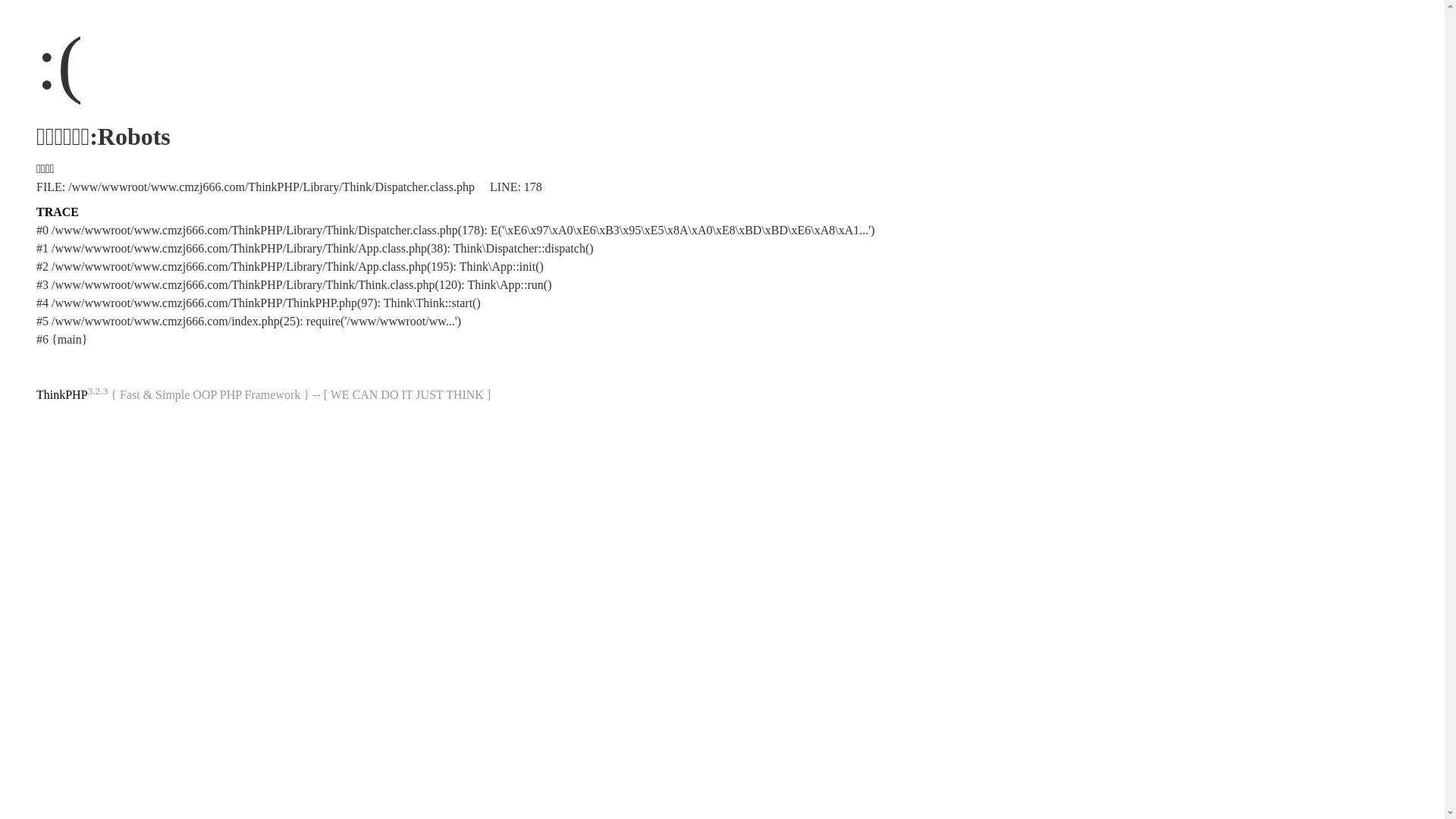 The width and height of the screenshot is (1456, 819). What do you see at coordinates (61, 394) in the screenshot?
I see `'ThinkPHP'` at bounding box center [61, 394].